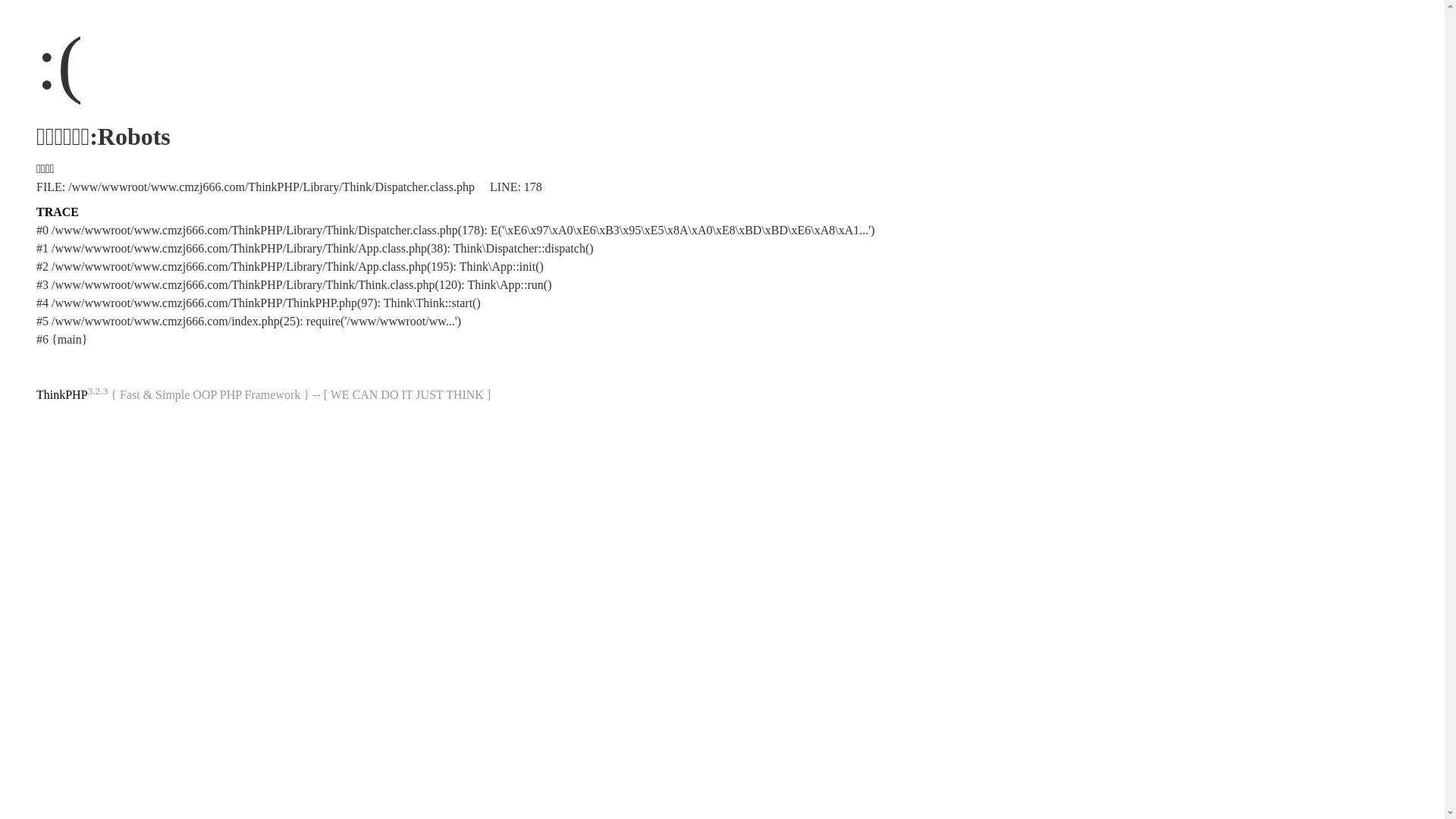 The width and height of the screenshot is (1456, 819). What do you see at coordinates (61, 394) in the screenshot?
I see `'ThinkPHP'` at bounding box center [61, 394].